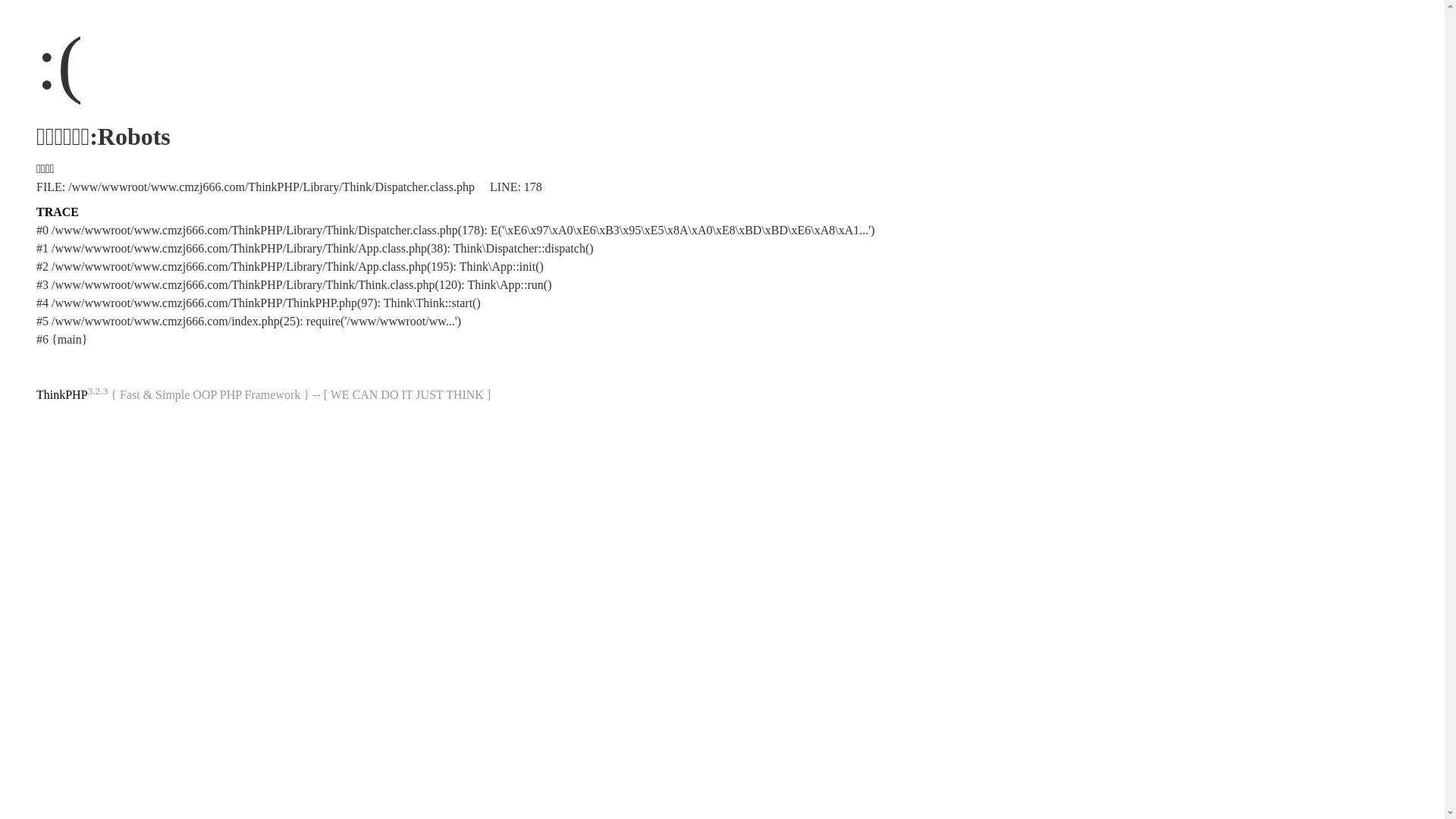 The width and height of the screenshot is (1456, 819). What do you see at coordinates (61, 394) in the screenshot?
I see `'ThinkPHP'` at bounding box center [61, 394].